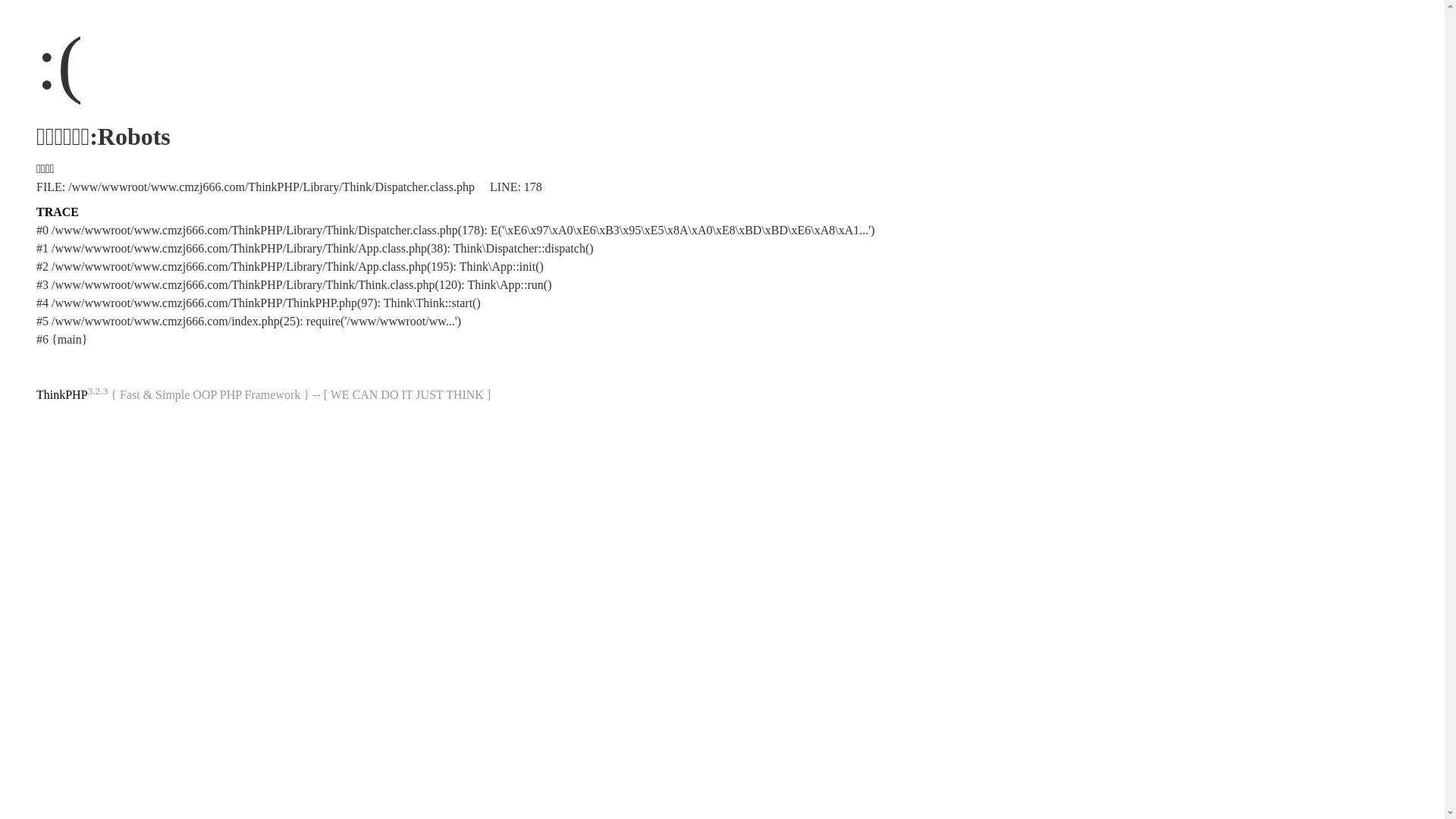 The width and height of the screenshot is (1456, 819). What do you see at coordinates (61, 394) in the screenshot?
I see `'ThinkPHP'` at bounding box center [61, 394].